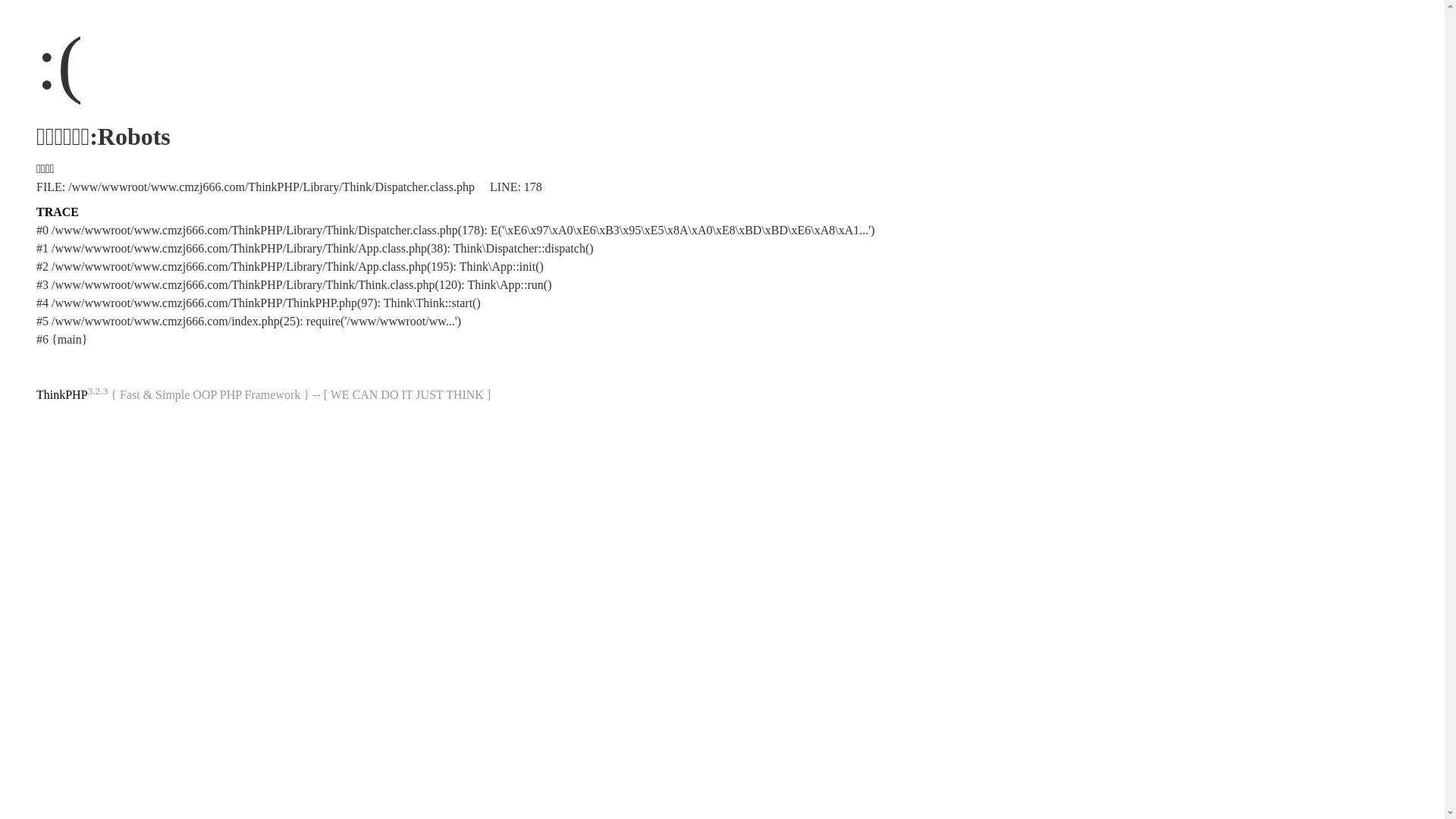 The width and height of the screenshot is (1456, 819). What do you see at coordinates (61, 394) in the screenshot?
I see `'ThinkPHP'` at bounding box center [61, 394].